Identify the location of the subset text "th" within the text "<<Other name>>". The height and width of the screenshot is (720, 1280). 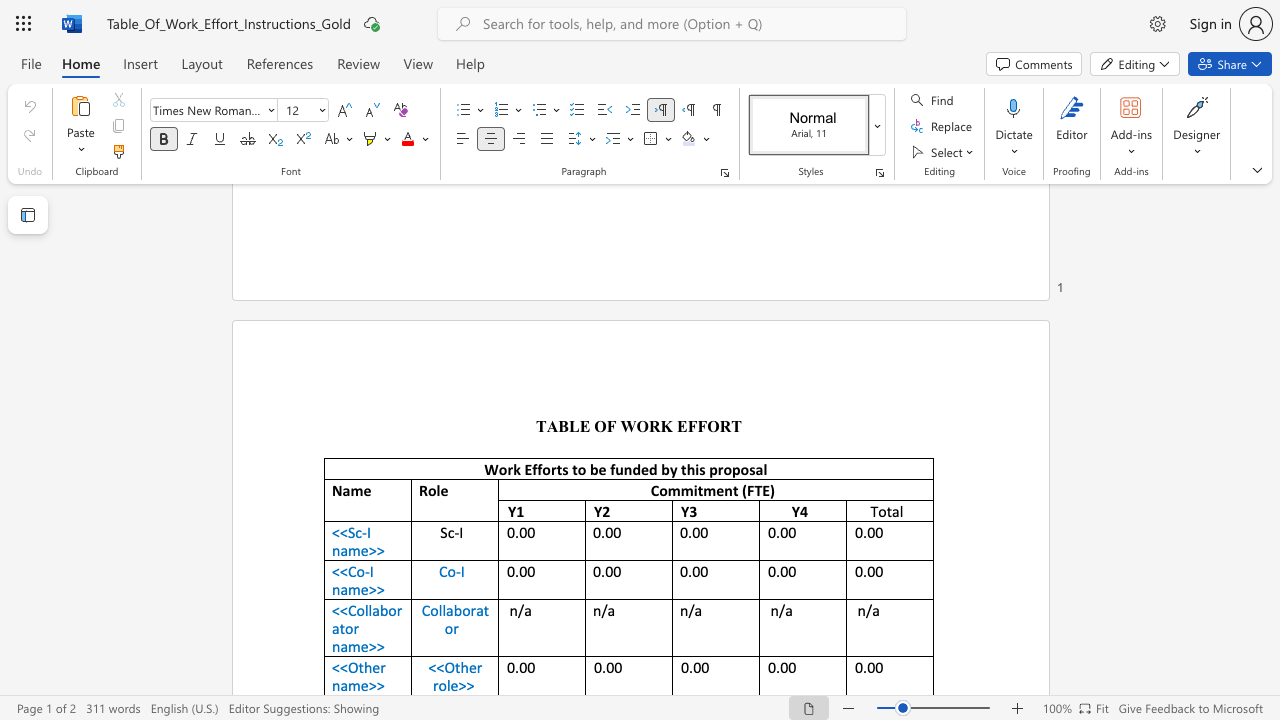
(358, 667).